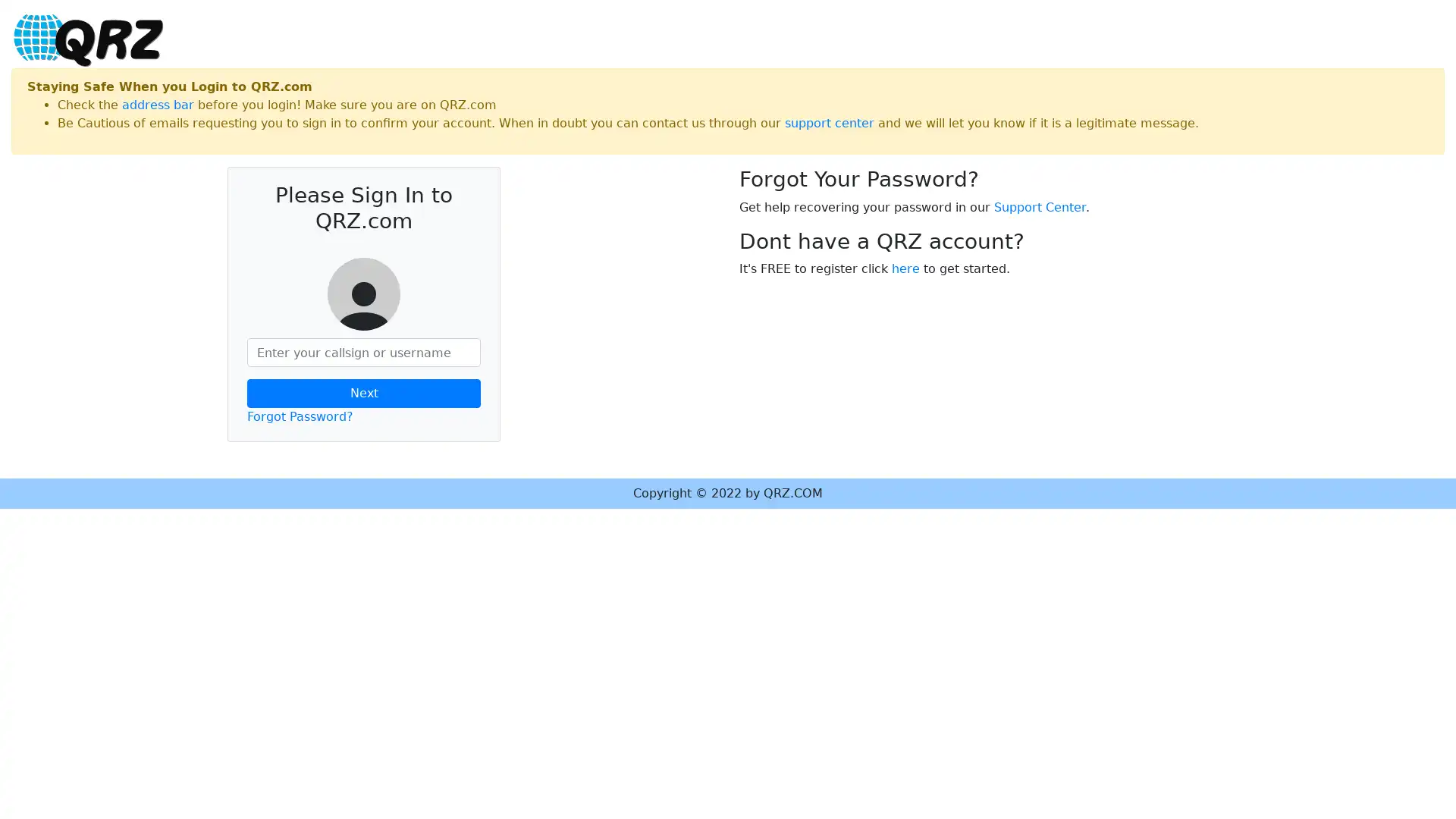 This screenshot has width=1456, height=819. What do you see at coordinates (364, 393) in the screenshot?
I see `Next` at bounding box center [364, 393].